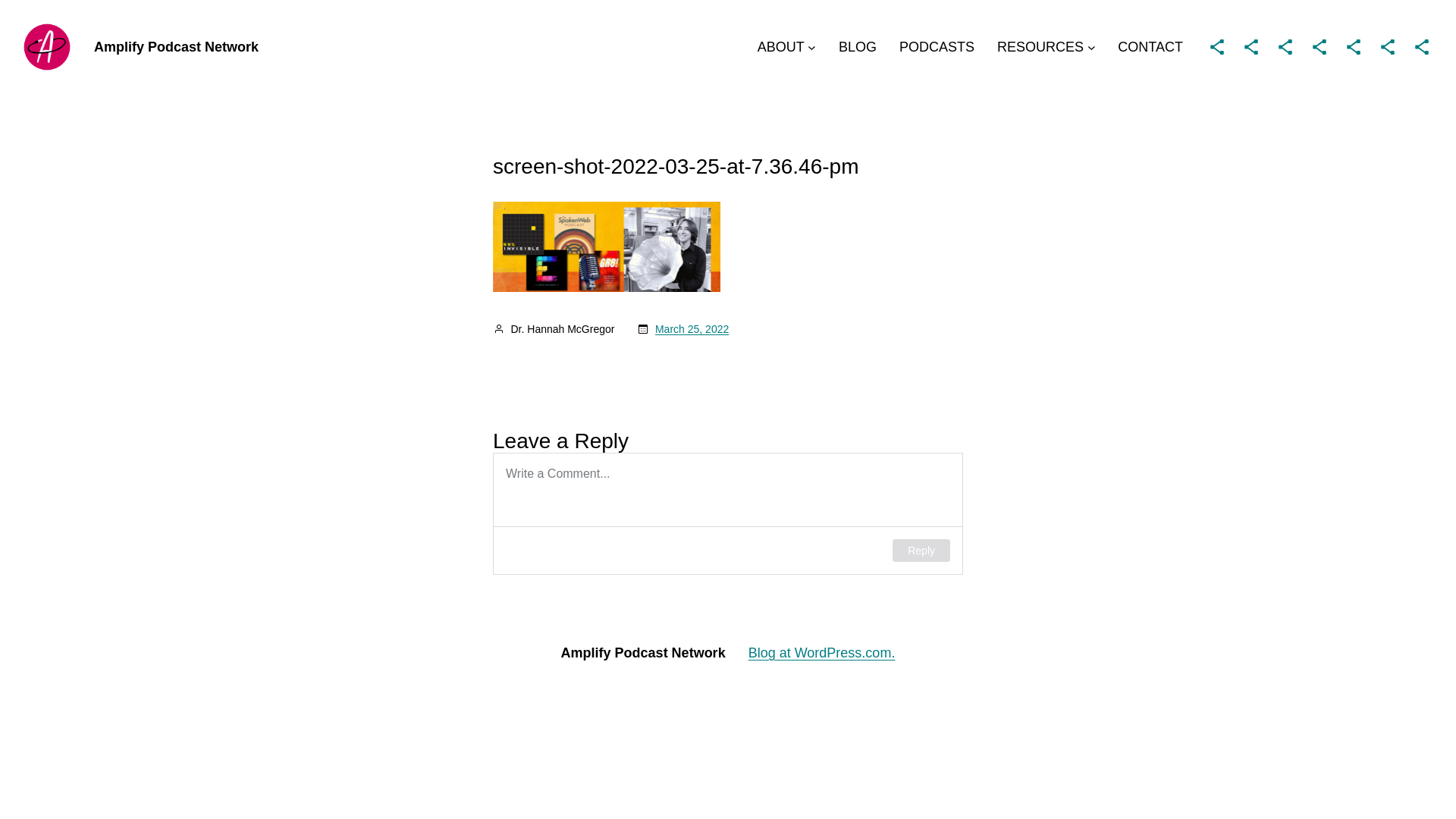 Image resolution: width=1456 pixels, height=819 pixels. What do you see at coordinates (728, 513) in the screenshot?
I see `'Comment Form'` at bounding box center [728, 513].